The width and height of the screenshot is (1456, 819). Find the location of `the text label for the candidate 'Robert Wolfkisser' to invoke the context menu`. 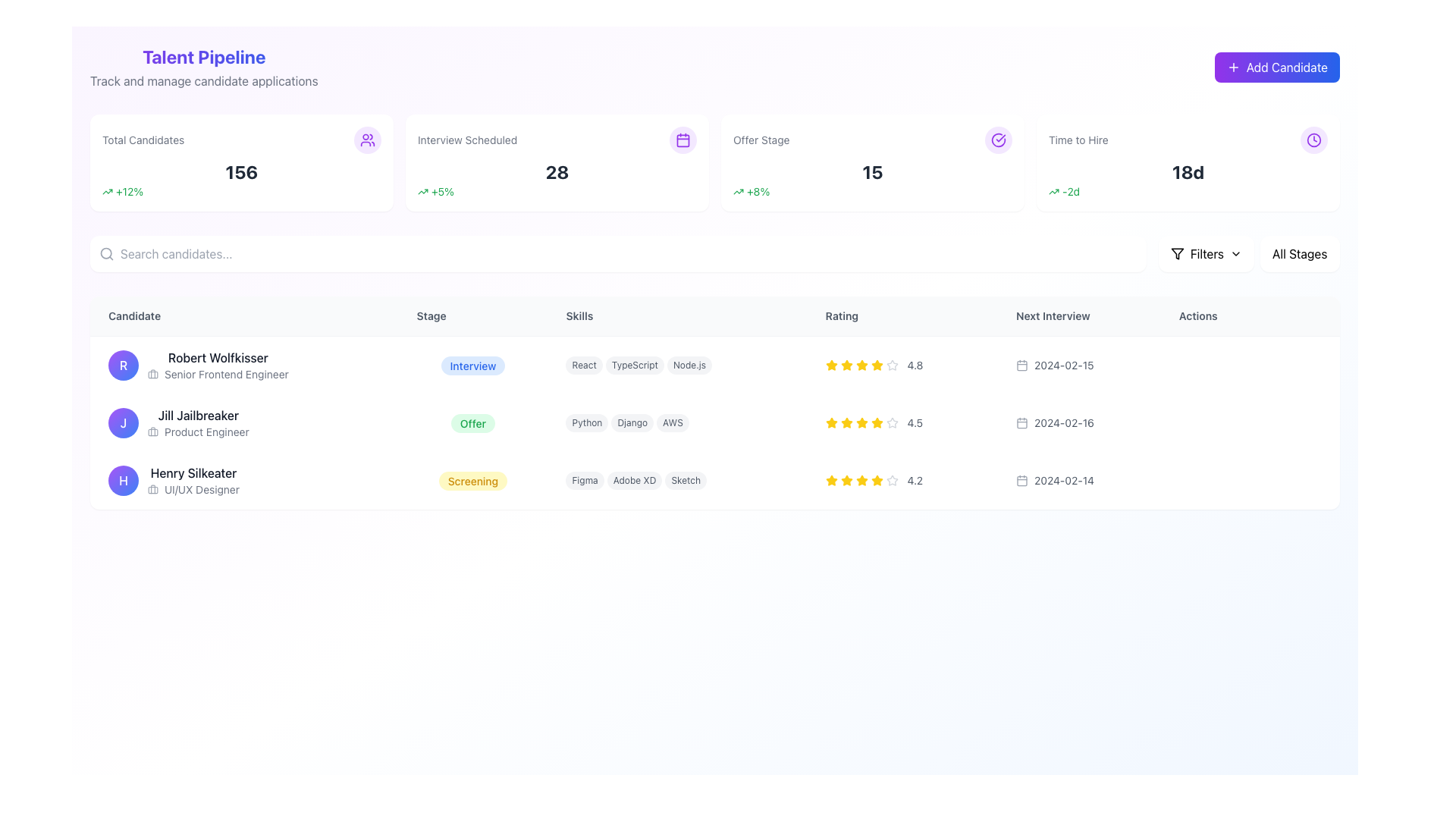

the text label for the candidate 'Robert Wolfkisser' to invoke the context menu is located at coordinates (217, 357).